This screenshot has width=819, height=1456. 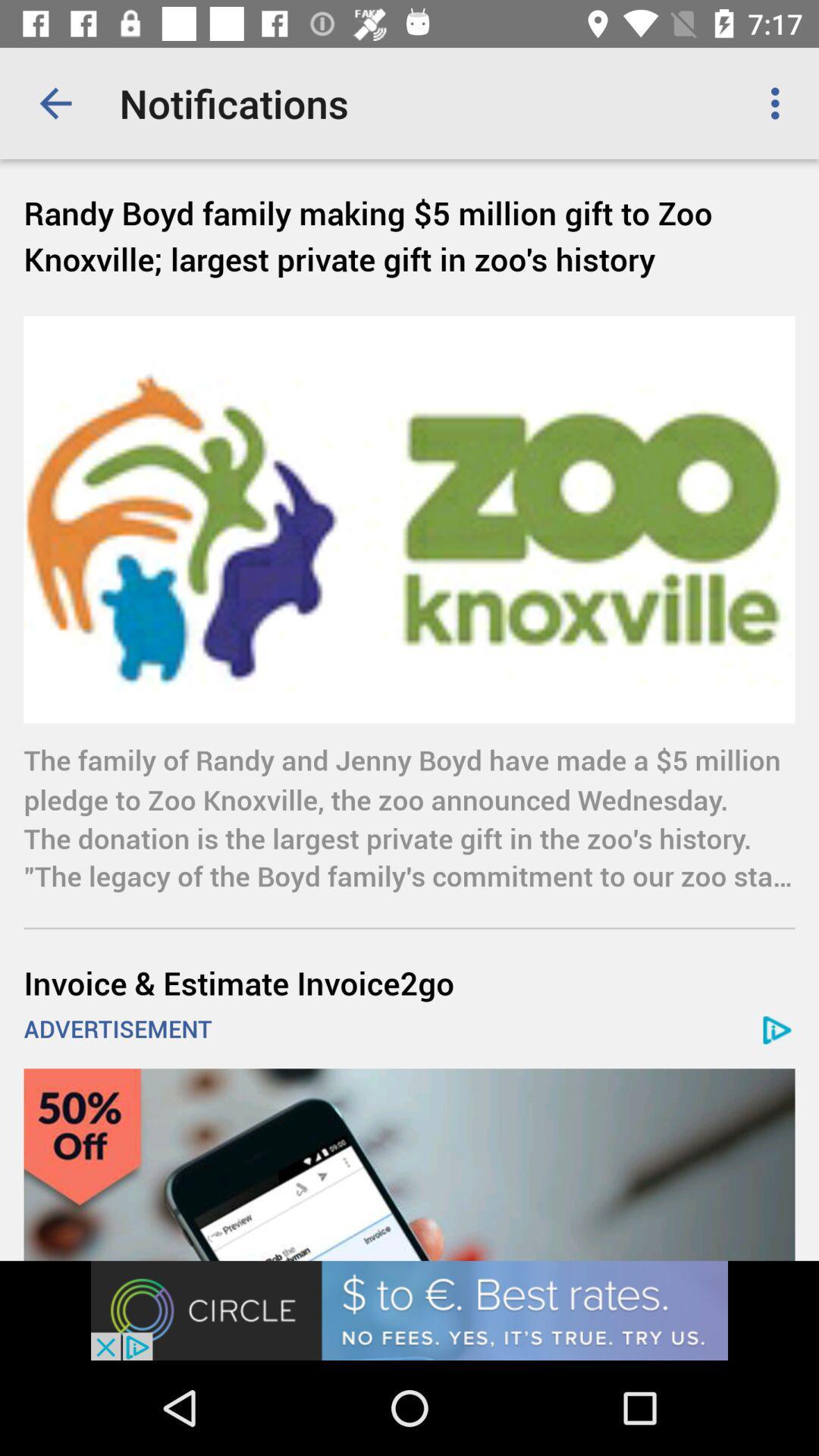 I want to click on open advertisement, so click(x=409, y=1310).